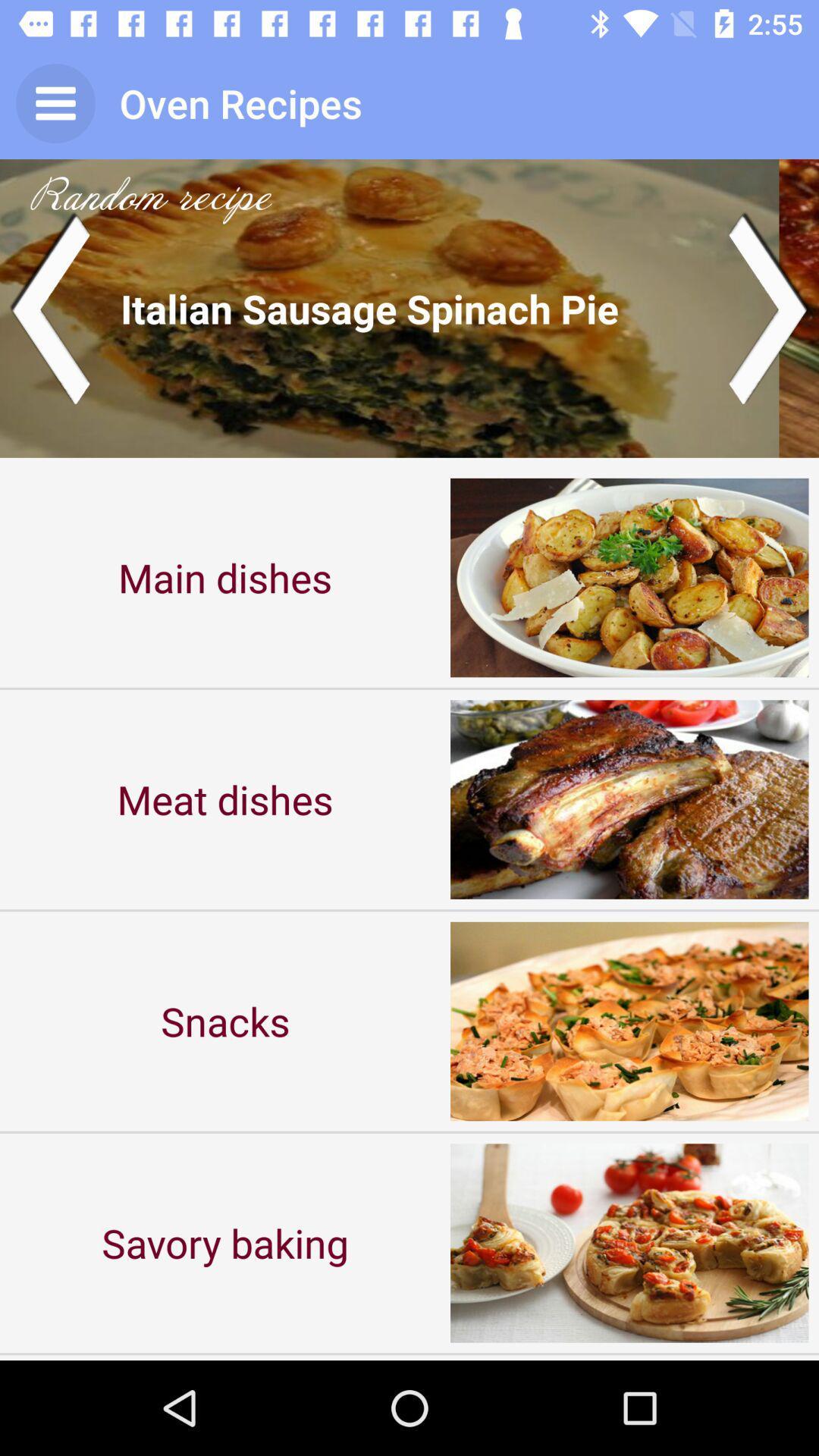 The width and height of the screenshot is (819, 1456). What do you see at coordinates (769, 307) in the screenshot?
I see `next image` at bounding box center [769, 307].